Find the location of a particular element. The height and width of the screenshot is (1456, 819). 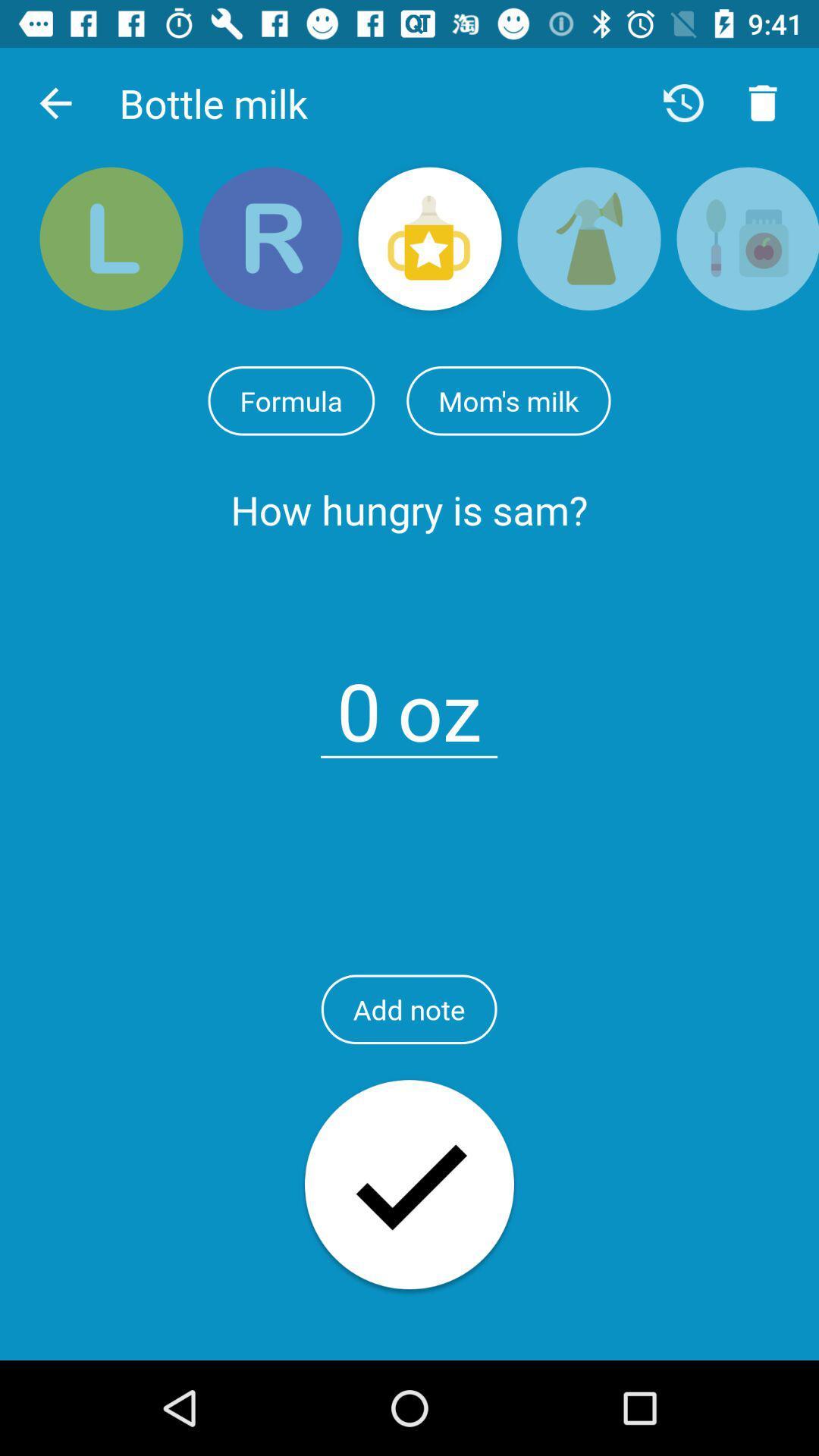

formula icon is located at coordinates (291, 400).